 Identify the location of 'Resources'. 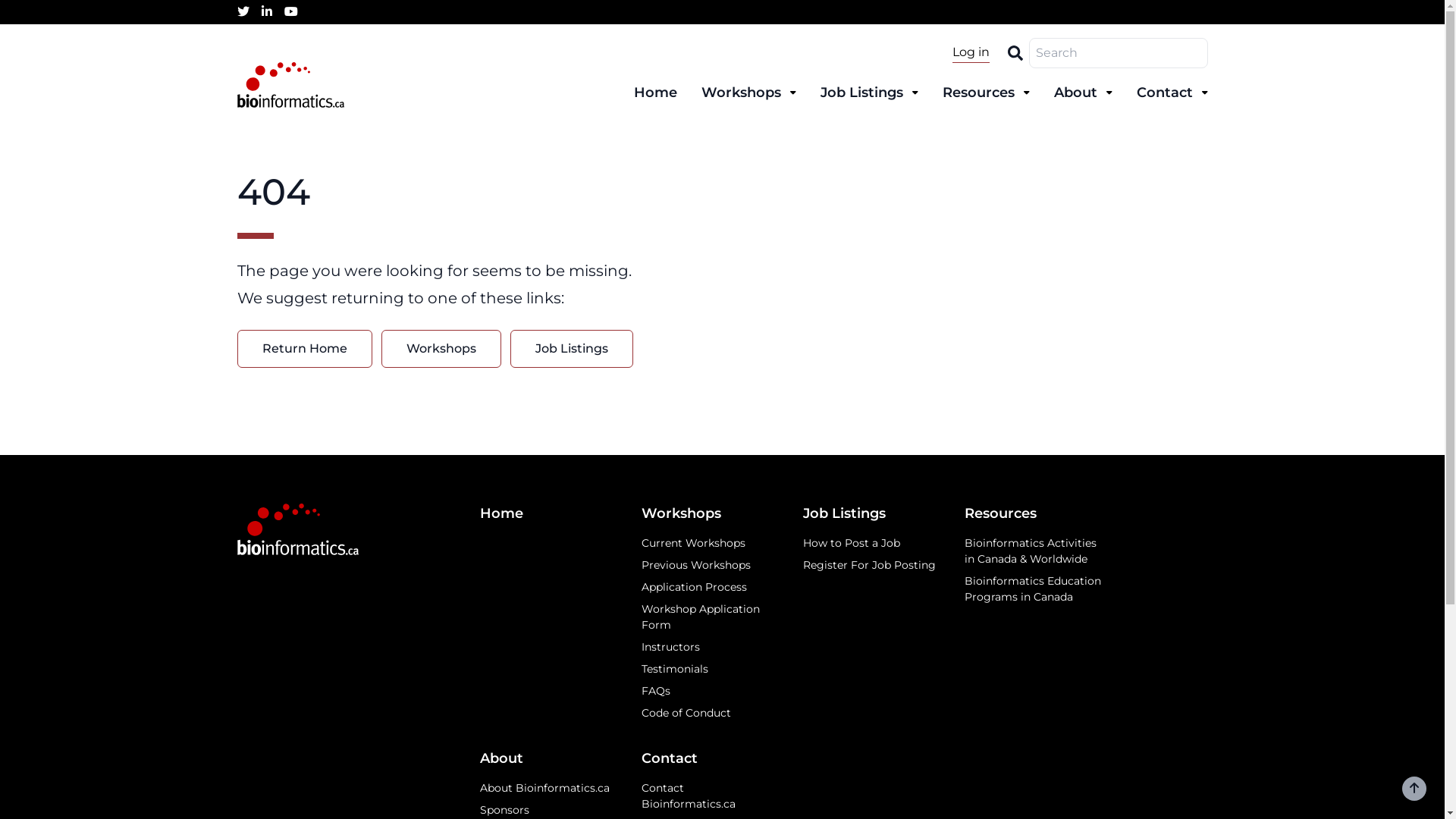
(985, 93).